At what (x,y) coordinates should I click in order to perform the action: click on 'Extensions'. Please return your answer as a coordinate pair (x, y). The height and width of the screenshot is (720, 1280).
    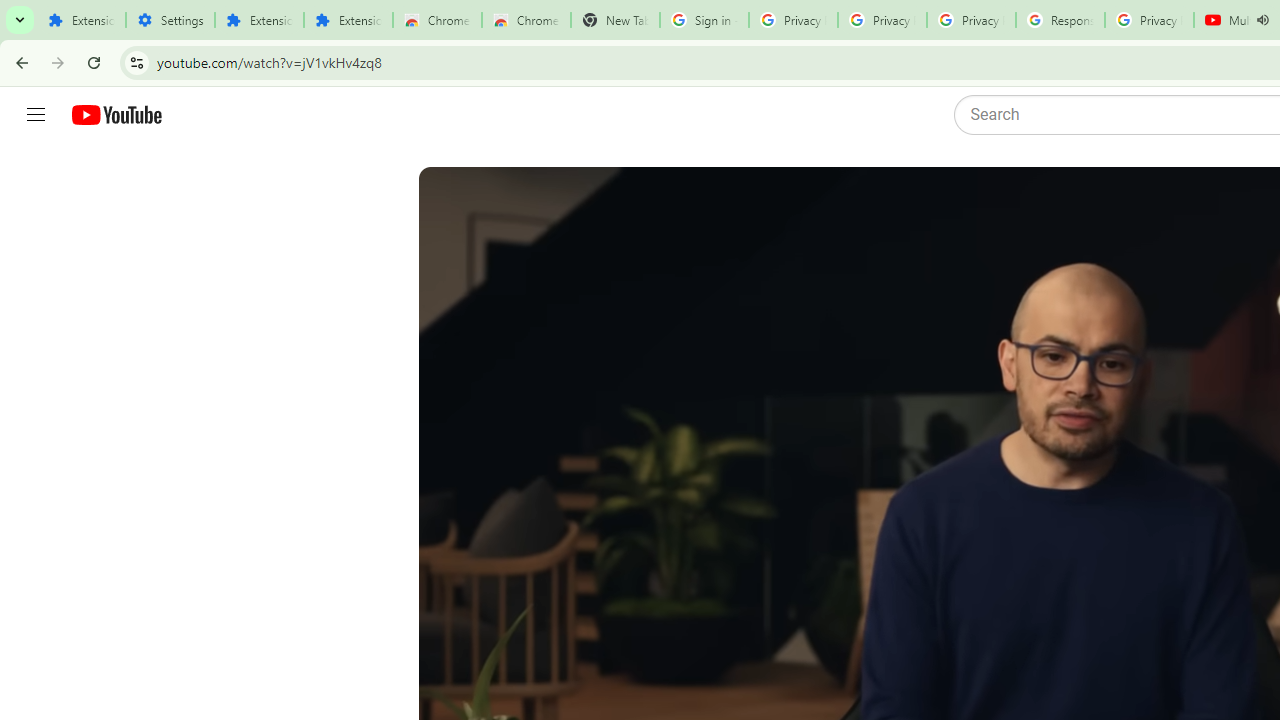
    Looking at the image, I should click on (258, 20).